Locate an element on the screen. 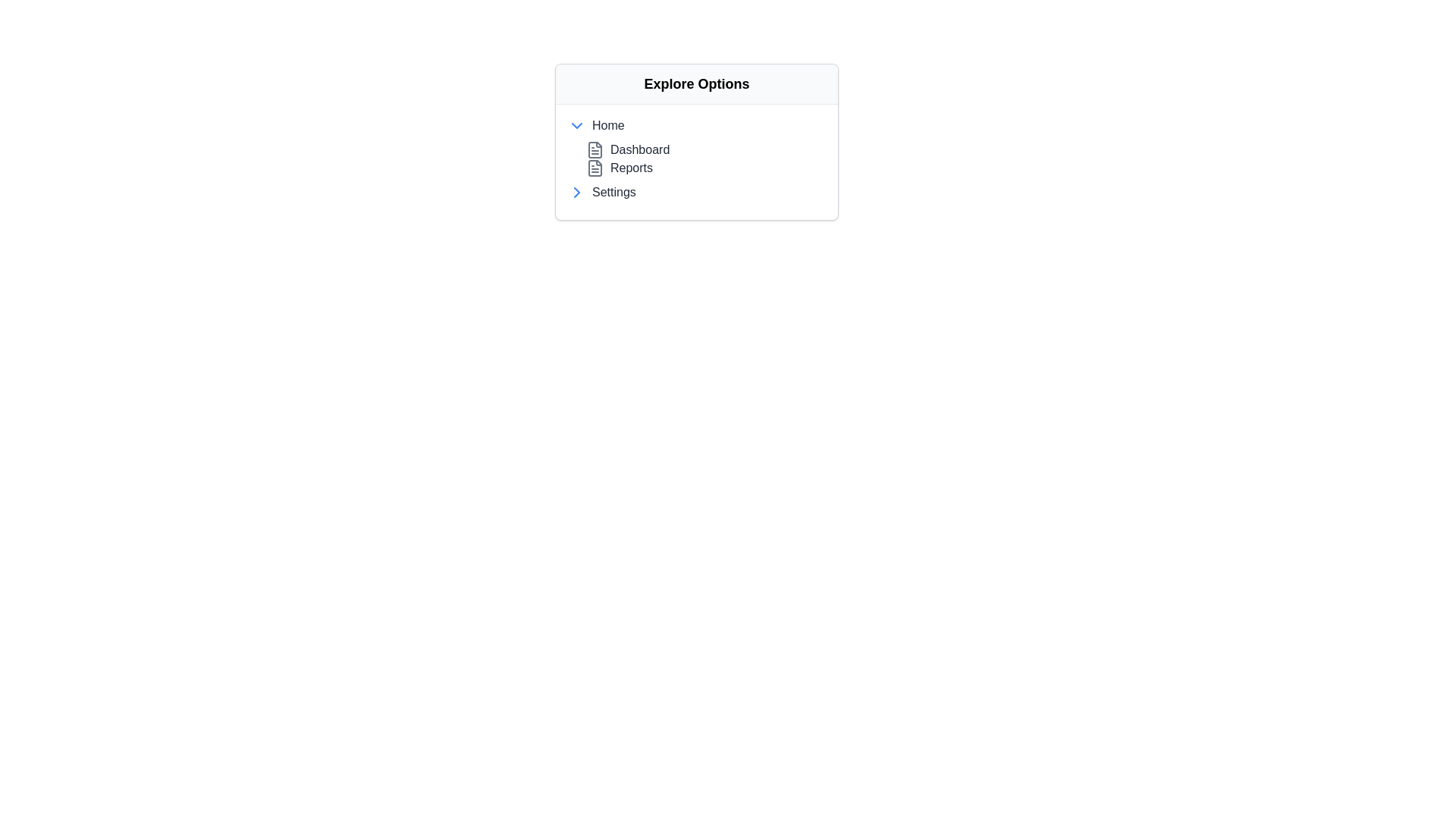 This screenshot has height=819, width=1456. the 'Dashboard' text label, which is styled with a gray font and is positioned between the 'Home' and 'Reports' labels in the menu is located at coordinates (640, 149).